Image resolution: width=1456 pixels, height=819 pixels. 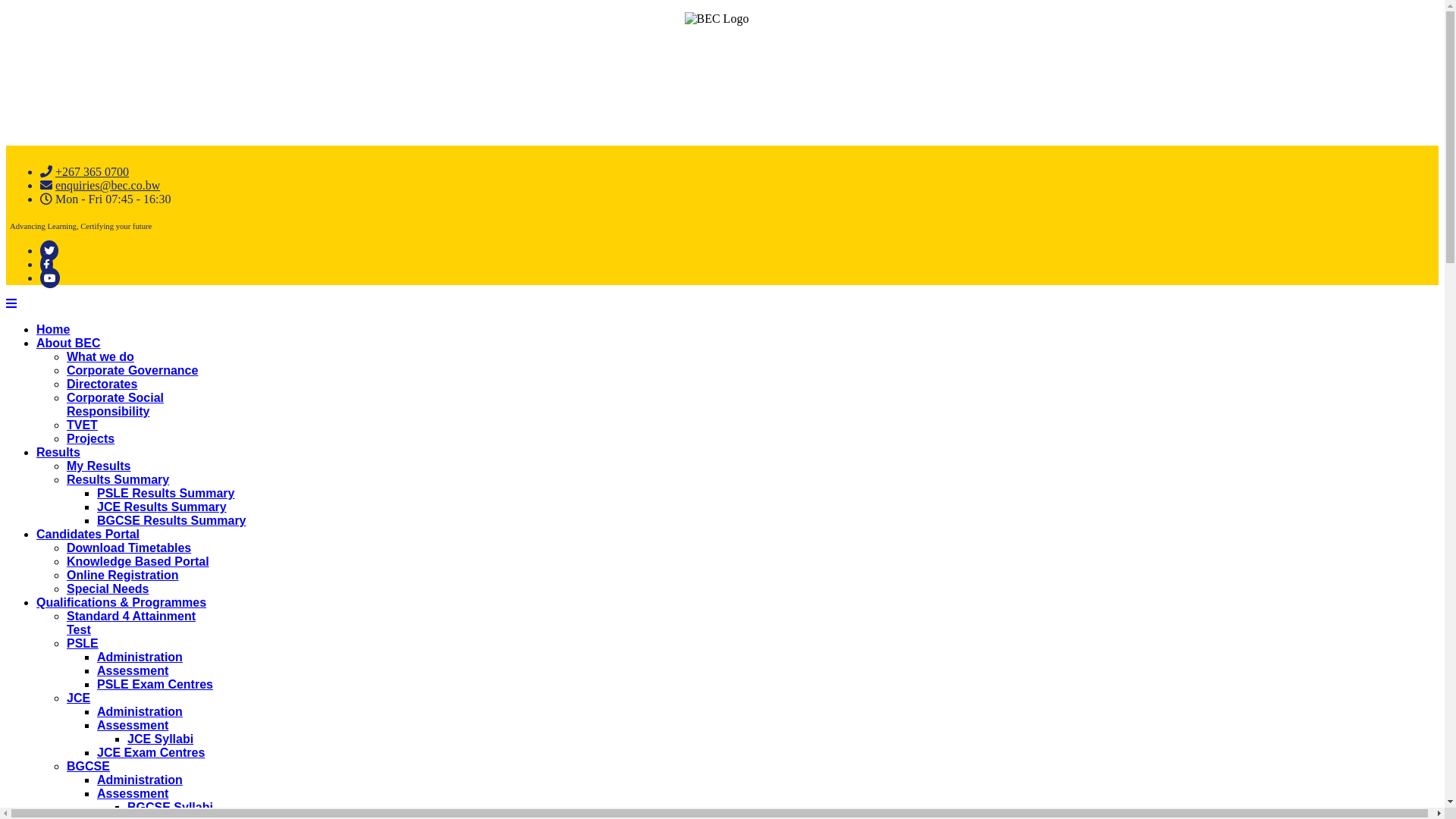 What do you see at coordinates (138, 561) in the screenshot?
I see `'Knowledge Based Portal'` at bounding box center [138, 561].